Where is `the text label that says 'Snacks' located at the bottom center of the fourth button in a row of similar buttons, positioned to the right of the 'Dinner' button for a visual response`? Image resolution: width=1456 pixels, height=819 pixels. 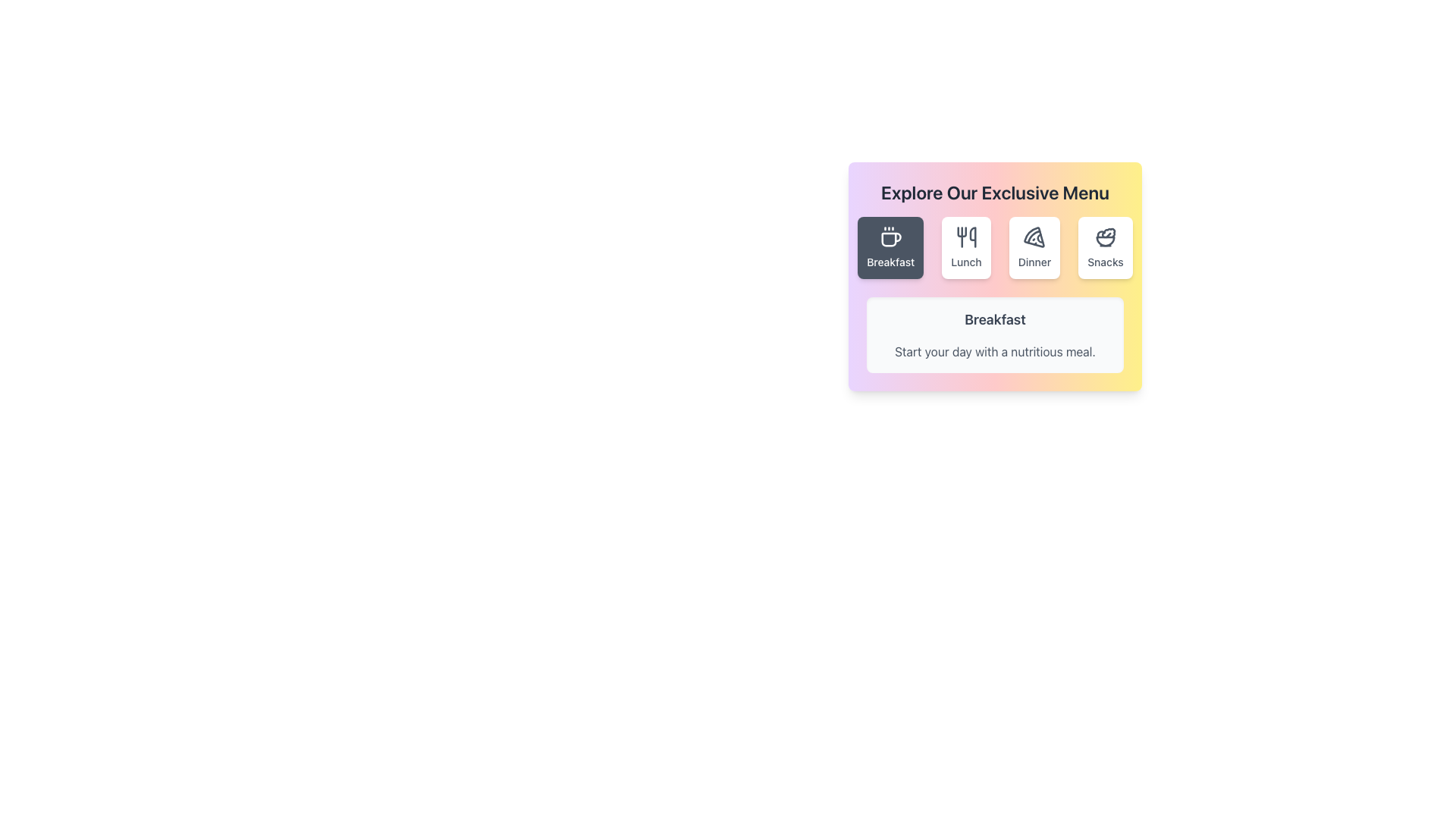 the text label that says 'Snacks' located at the bottom center of the fourth button in a row of similar buttons, positioned to the right of the 'Dinner' button for a visual response is located at coordinates (1106, 262).